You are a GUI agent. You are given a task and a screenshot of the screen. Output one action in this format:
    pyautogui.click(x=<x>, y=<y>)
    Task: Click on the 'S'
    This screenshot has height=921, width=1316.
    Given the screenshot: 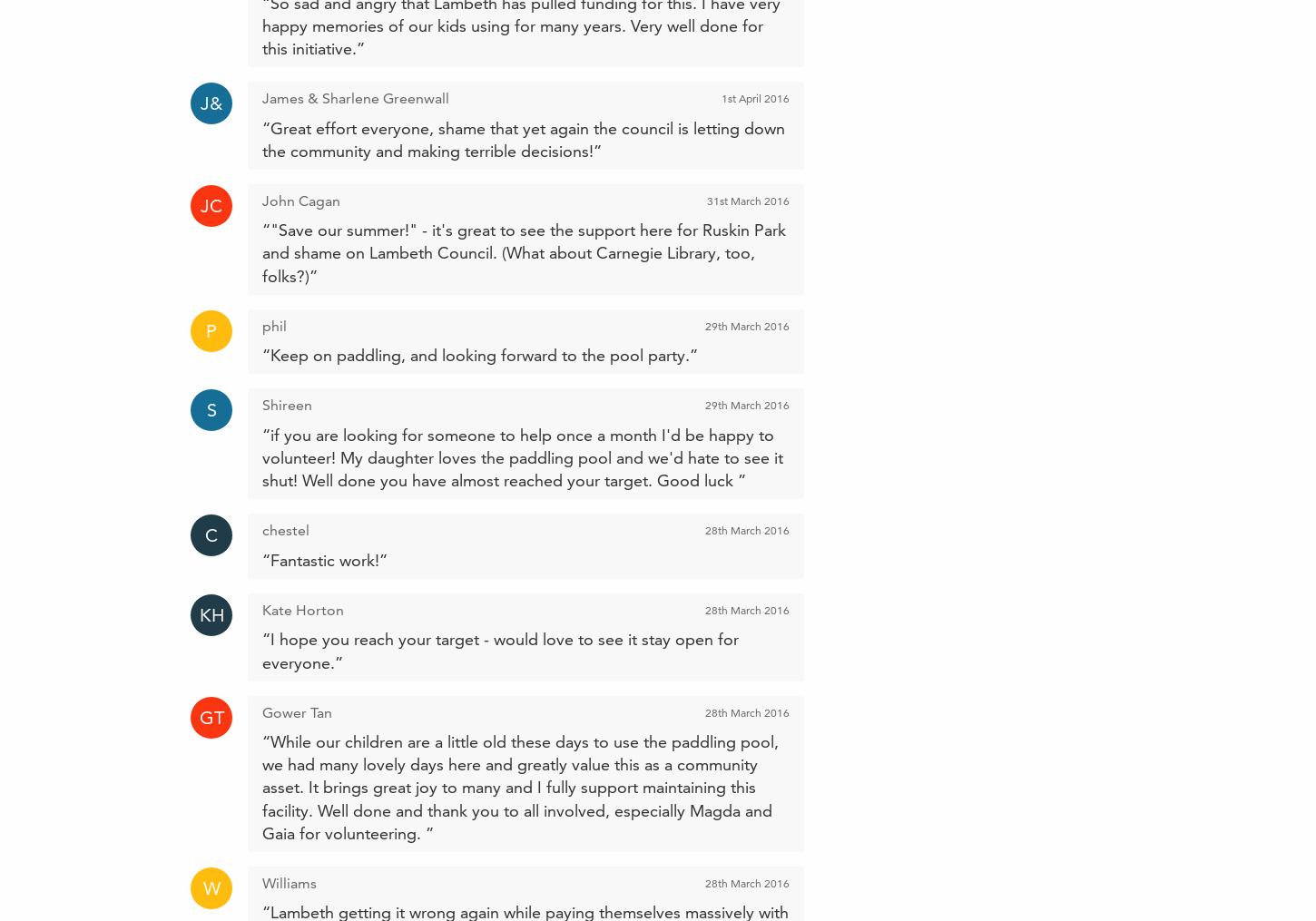 What is the action you would take?
    pyautogui.click(x=210, y=408)
    